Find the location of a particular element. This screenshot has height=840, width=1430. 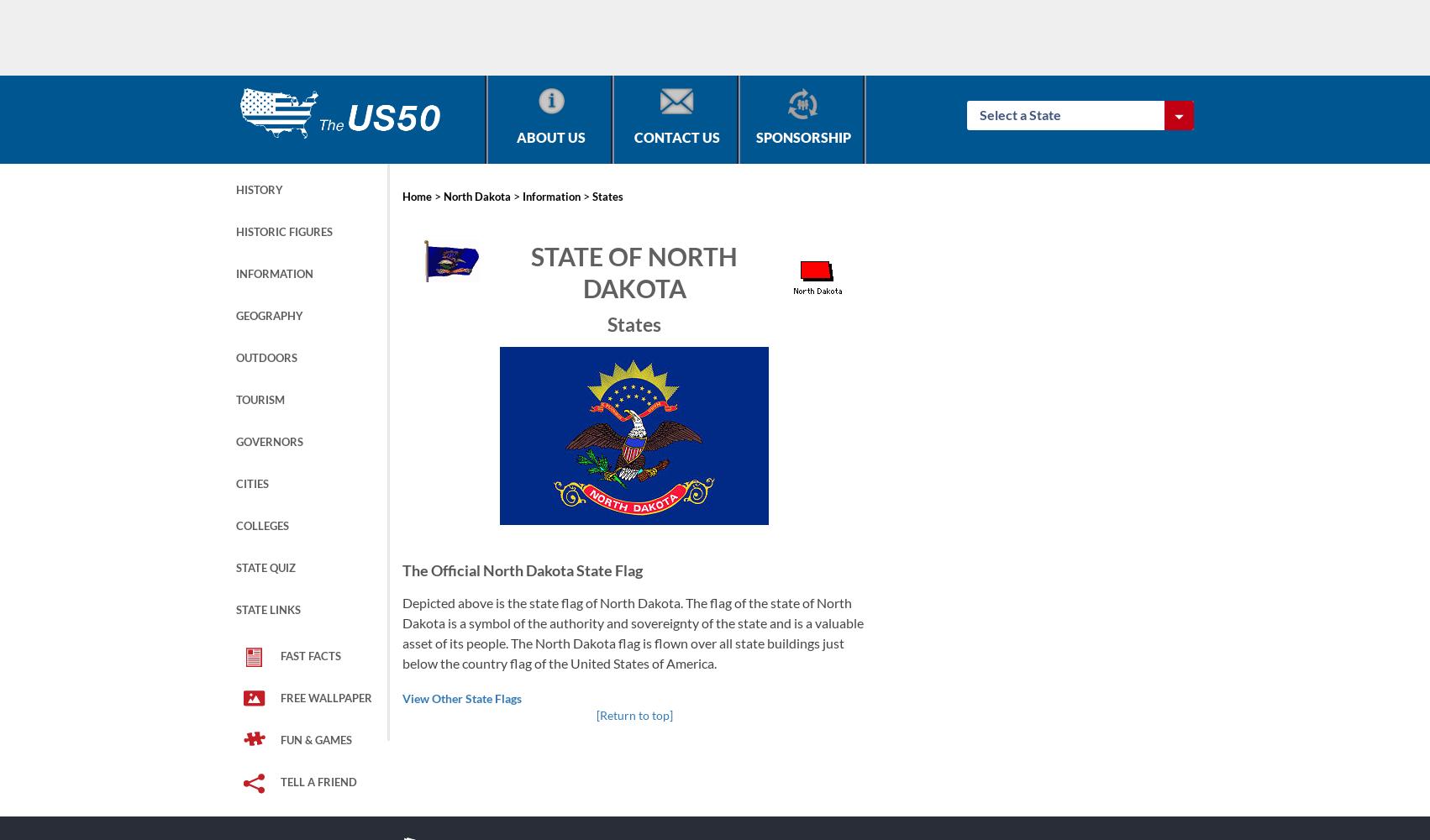

'FAST FACTS' is located at coordinates (280, 656).